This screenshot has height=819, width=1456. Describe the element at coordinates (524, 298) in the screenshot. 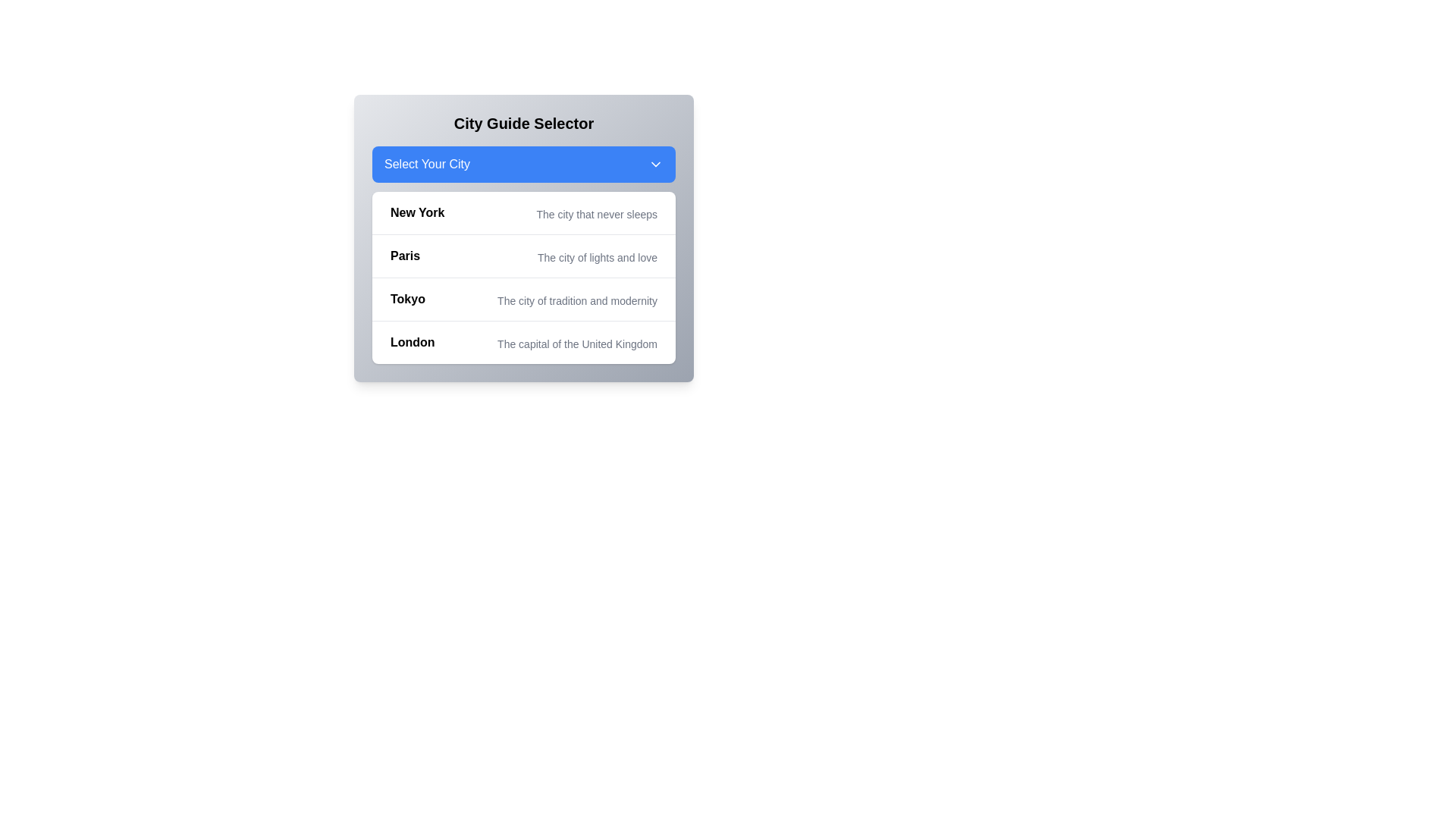

I see `to select the city 'Tokyo' from the city selector menu, which is the third item in the list, positioned between 'Paris' and 'London'` at that location.